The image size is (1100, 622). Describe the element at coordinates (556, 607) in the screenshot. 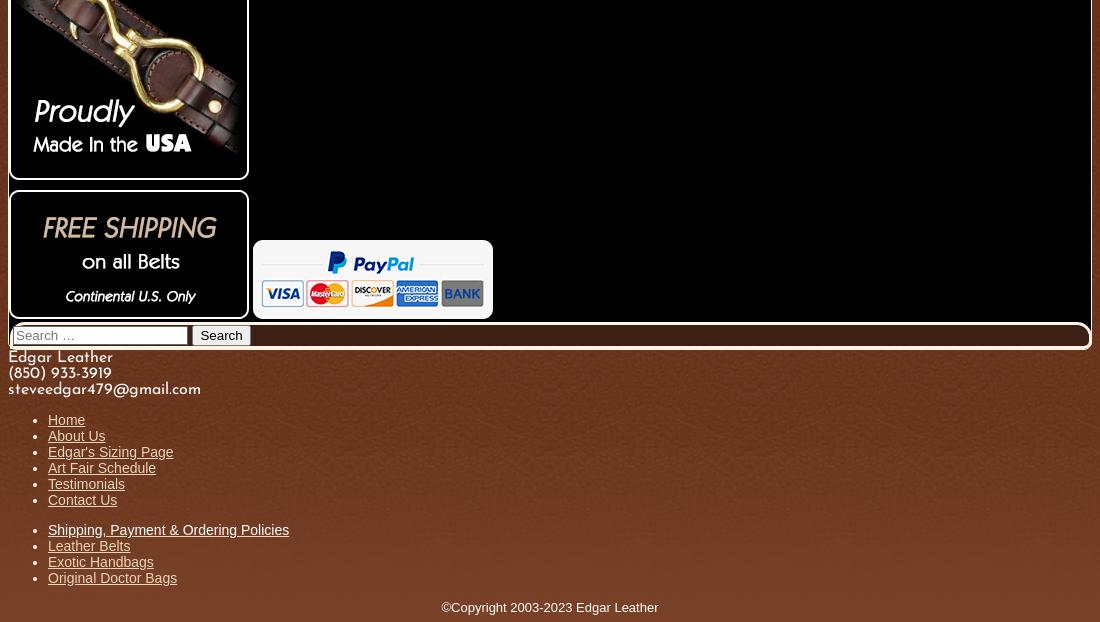

I see `'2023'` at that location.